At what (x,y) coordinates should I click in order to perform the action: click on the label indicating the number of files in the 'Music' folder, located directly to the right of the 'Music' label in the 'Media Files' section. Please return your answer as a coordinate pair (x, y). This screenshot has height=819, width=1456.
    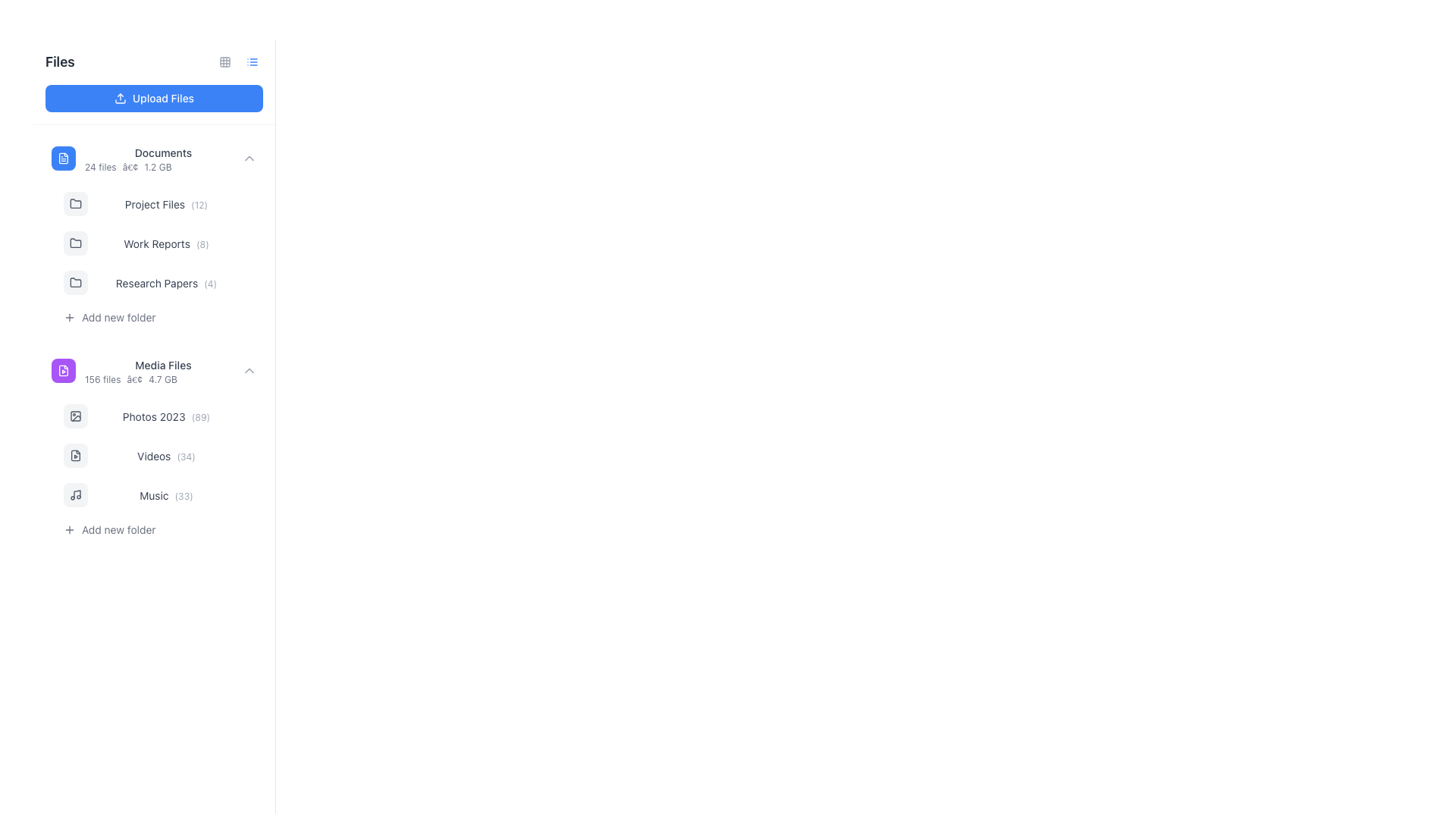
    Looking at the image, I should click on (183, 496).